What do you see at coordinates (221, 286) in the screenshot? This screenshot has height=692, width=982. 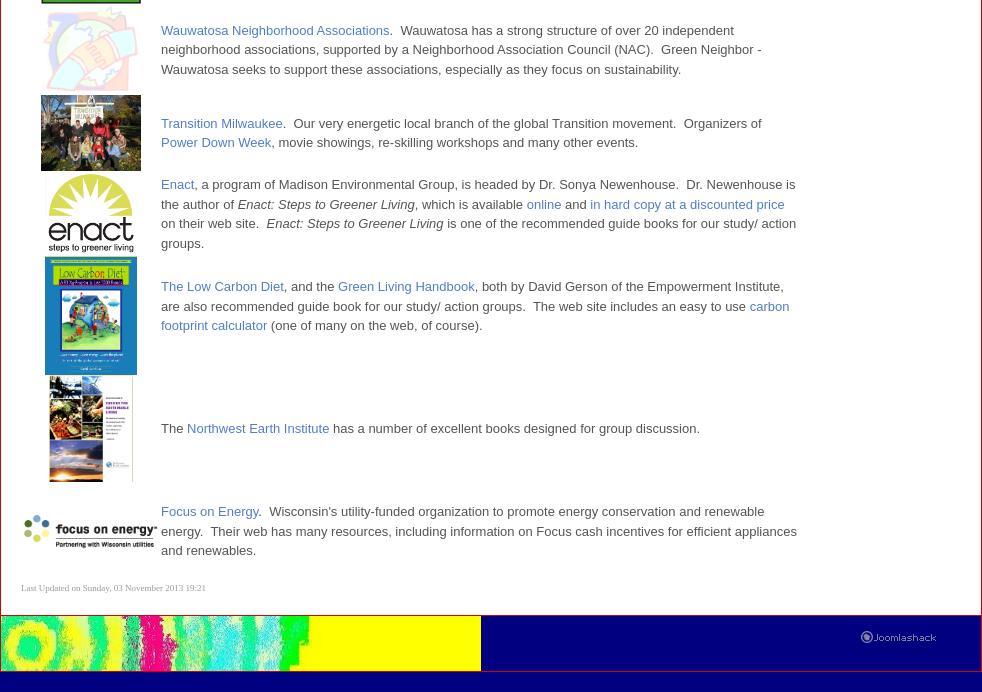 I see `'The Low Carbon Diet'` at bounding box center [221, 286].